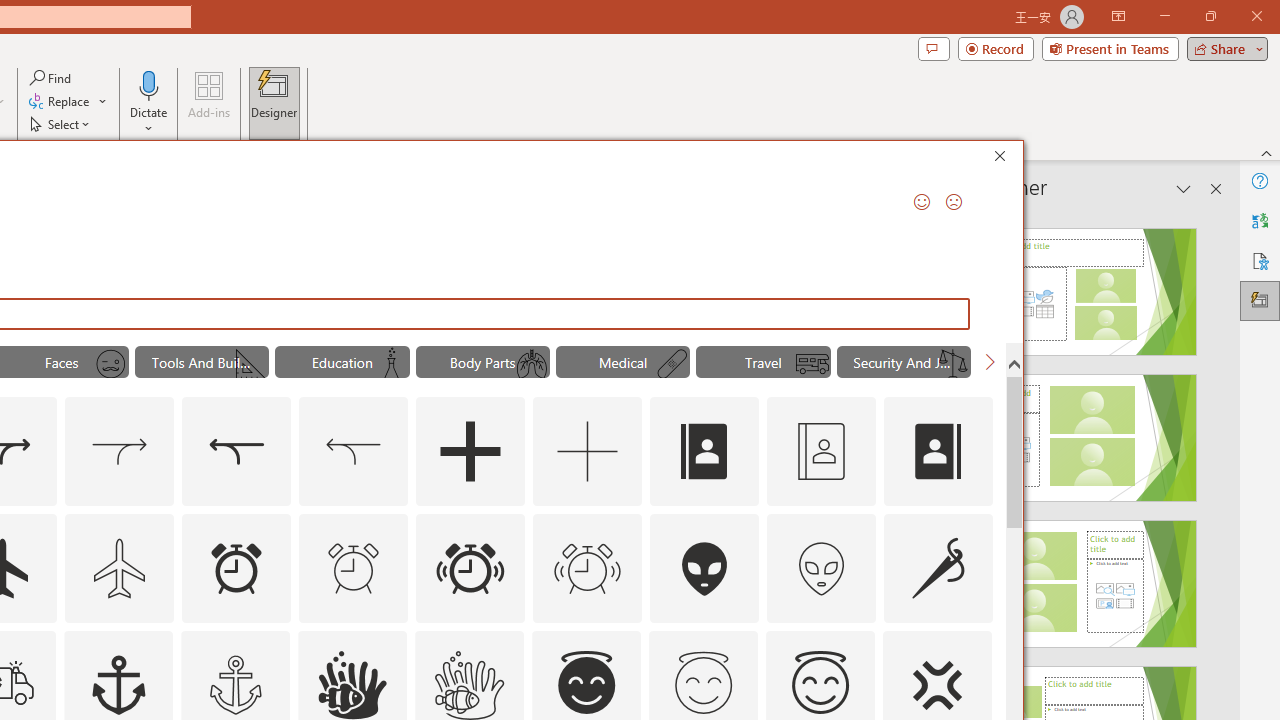 This screenshot has height=720, width=1280. What do you see at coordinates (762, 362) in the screenshot?
I see `'"Travel" Icons.'` at bounding box center [762, 362].